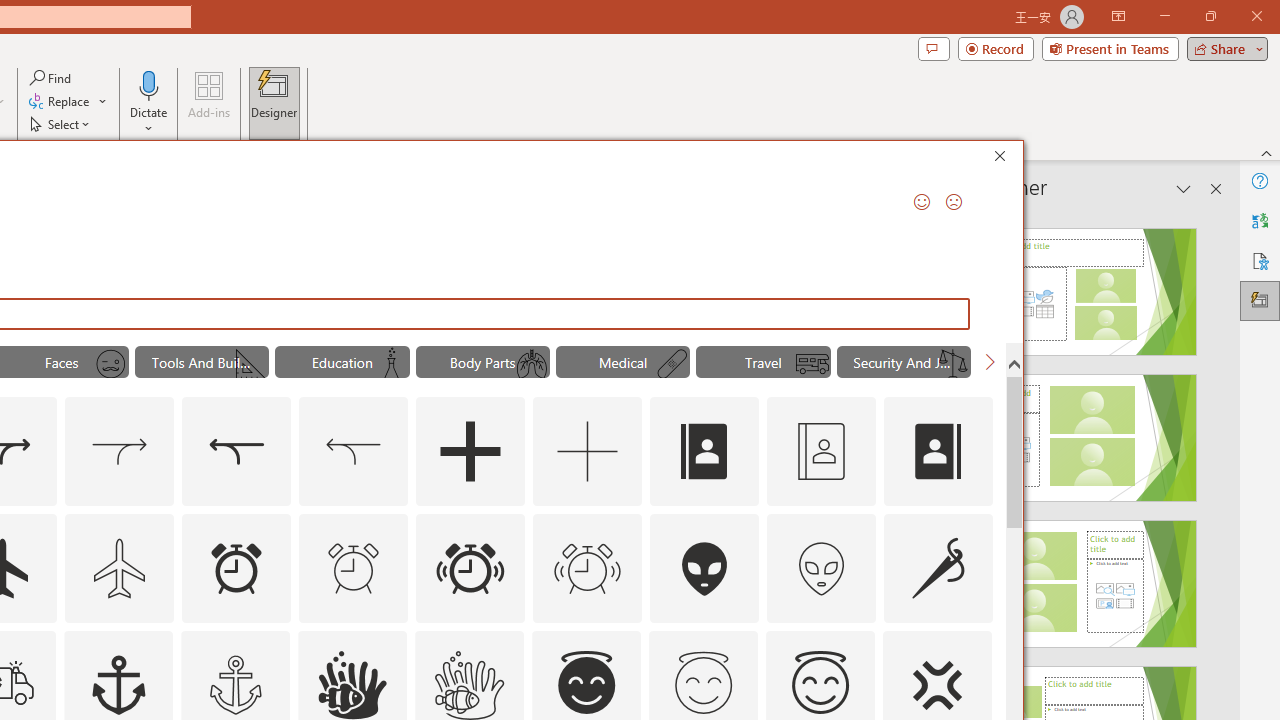 This screenshot has height=720, width=1280. What do you see at coordinates (762, 362) in the screenshot?
I see `'"Travel" Icons.'` at bounding box center [762, 362].